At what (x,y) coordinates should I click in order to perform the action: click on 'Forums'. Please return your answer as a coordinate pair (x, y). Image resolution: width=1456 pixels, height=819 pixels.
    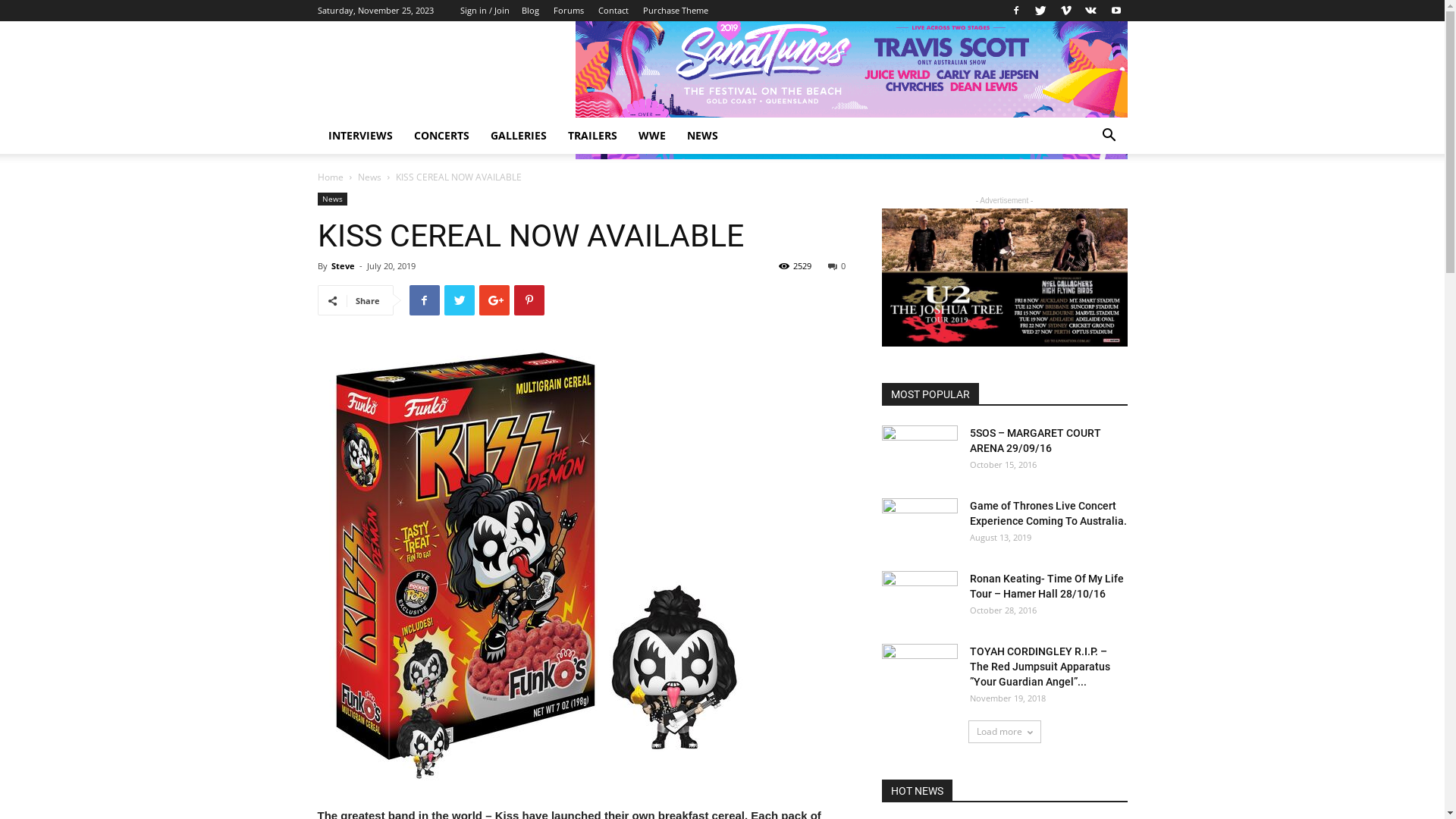
    Looking at the image, I should click on (567, 10).